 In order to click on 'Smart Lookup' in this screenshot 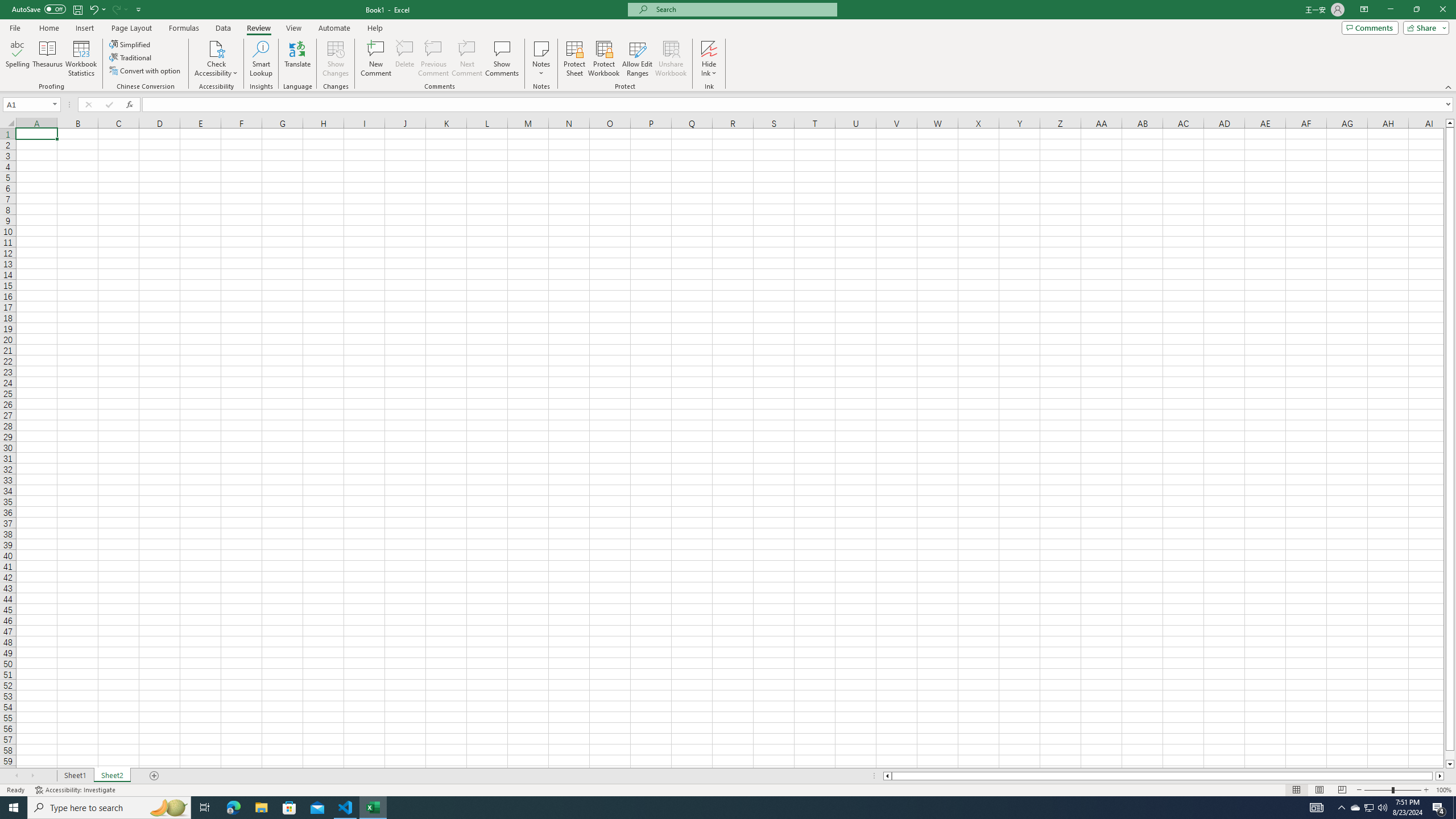, I will do `click(260, 59)`.